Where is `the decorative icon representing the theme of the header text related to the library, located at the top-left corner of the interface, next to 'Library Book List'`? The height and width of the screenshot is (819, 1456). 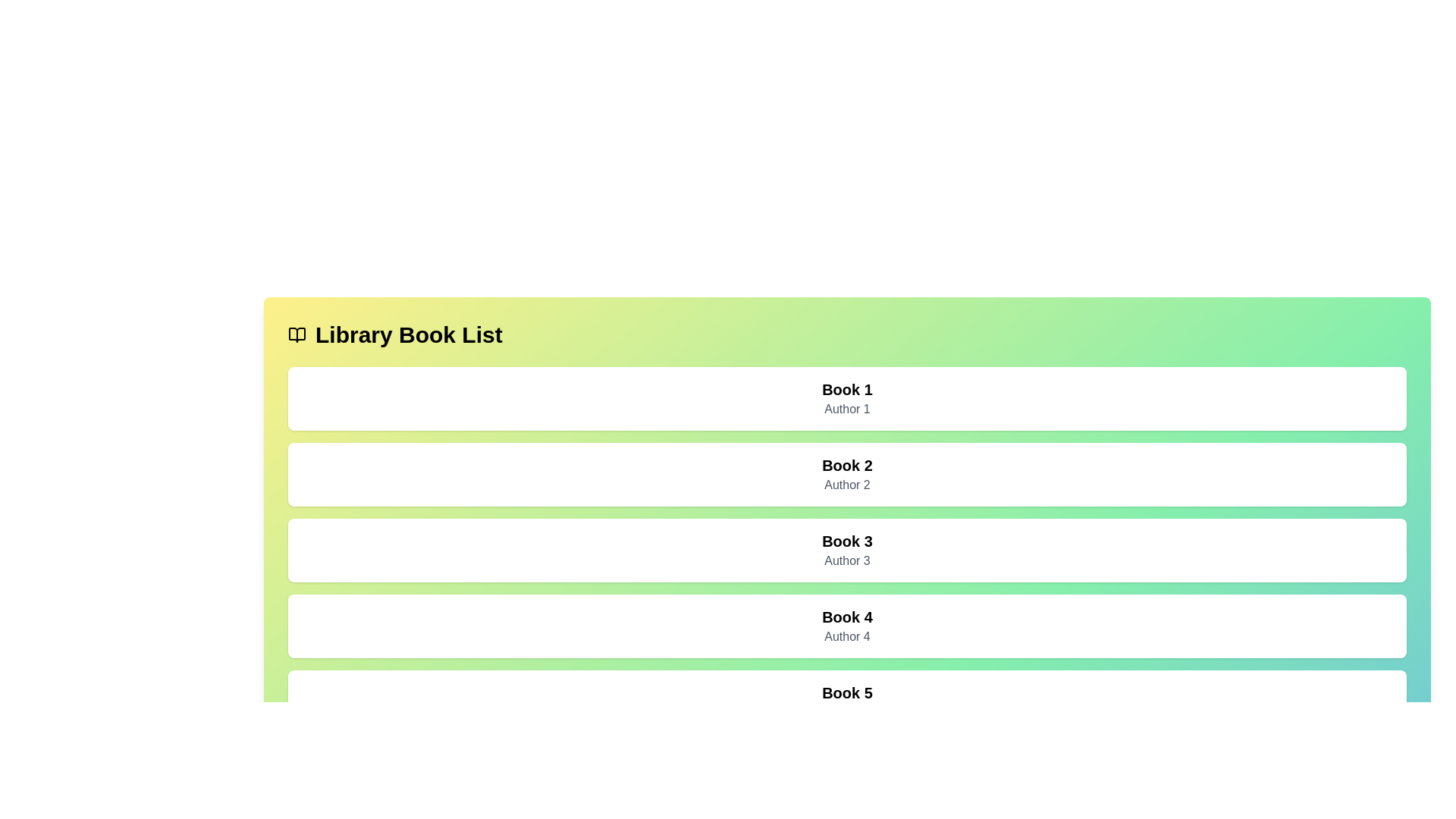 the decorative icon representing the theme of the header text related to the library, located at the top-left corner of the interface, next to 'Library Book List' is located at coordinates (297, 334).